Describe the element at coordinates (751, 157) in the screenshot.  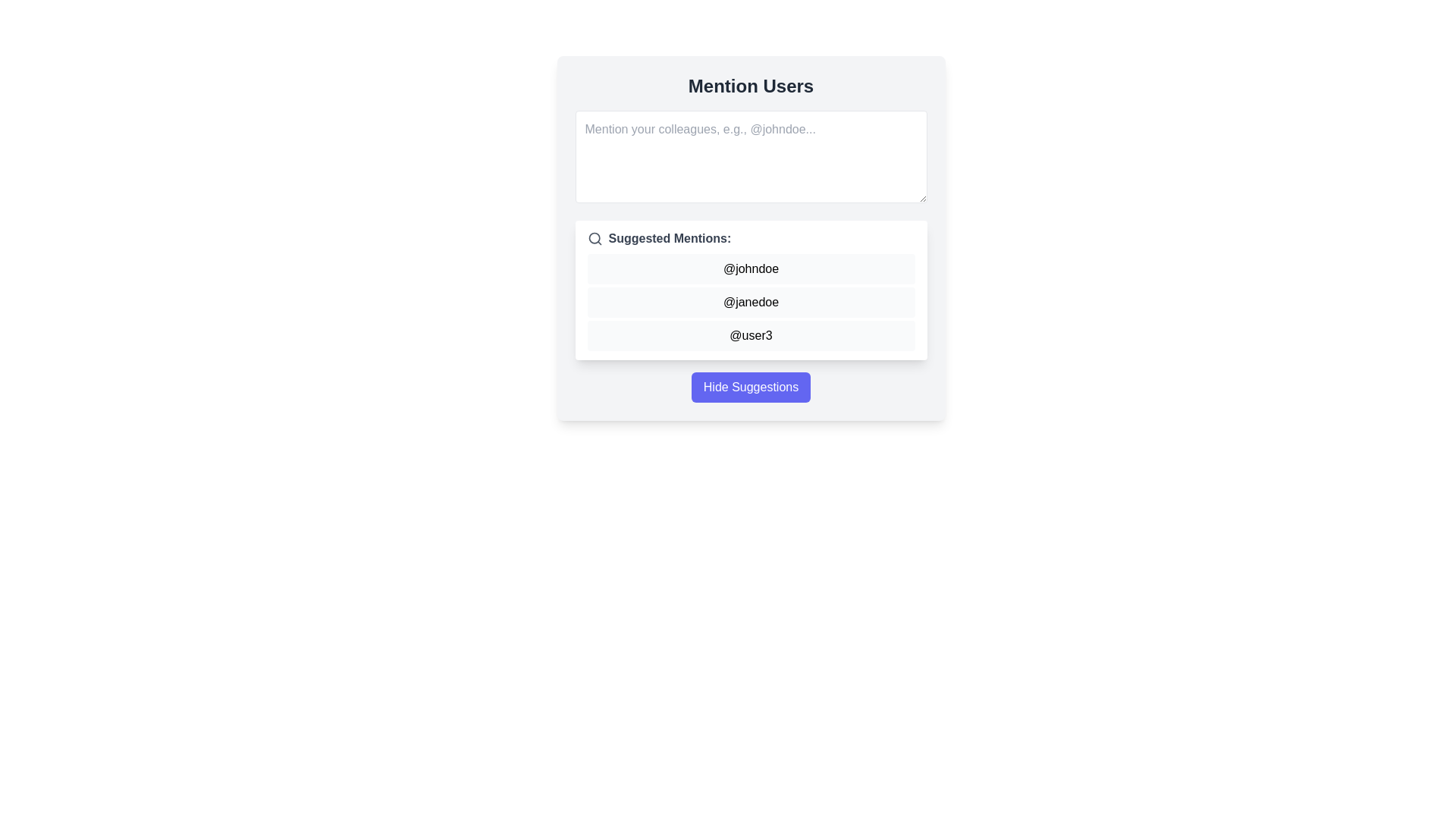
I see `inside the textarea with a white background and rounded corners that prompts users to mention colleagues, to focus on it` at that location.